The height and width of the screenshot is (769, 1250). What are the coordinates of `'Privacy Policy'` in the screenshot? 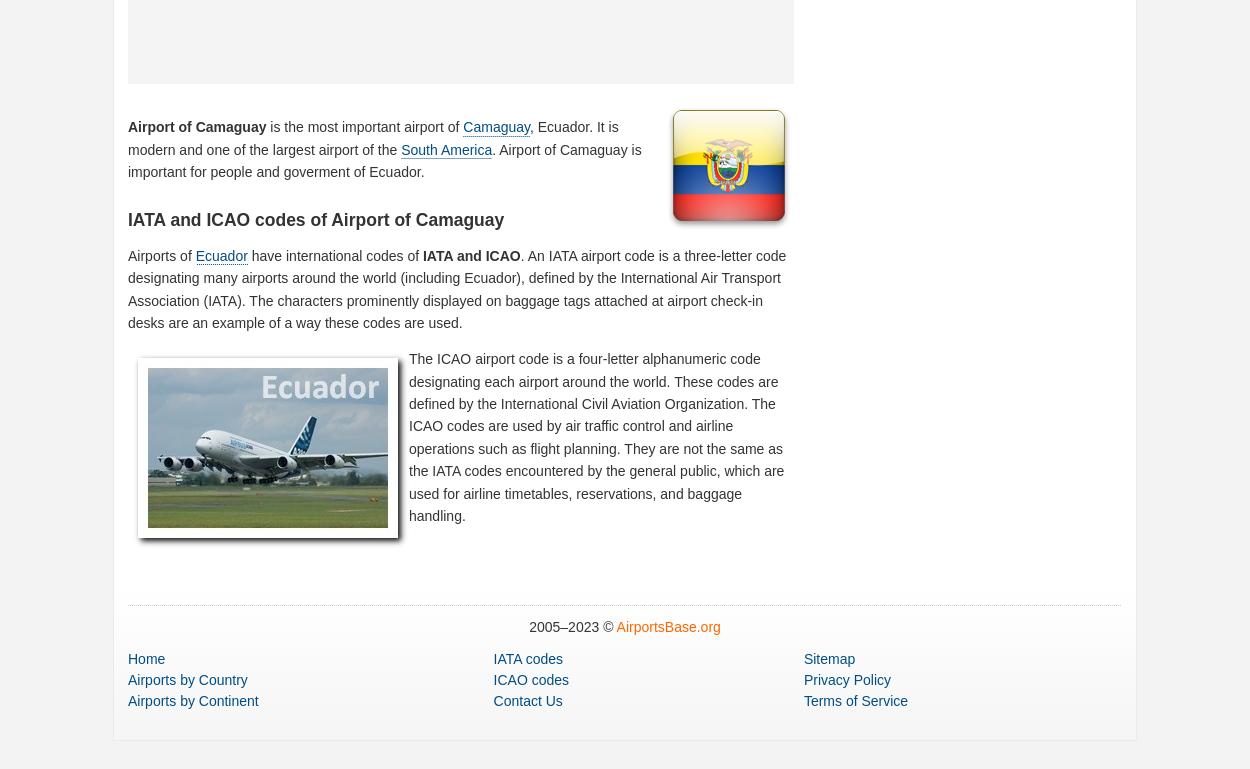 It's located at (846, 679).